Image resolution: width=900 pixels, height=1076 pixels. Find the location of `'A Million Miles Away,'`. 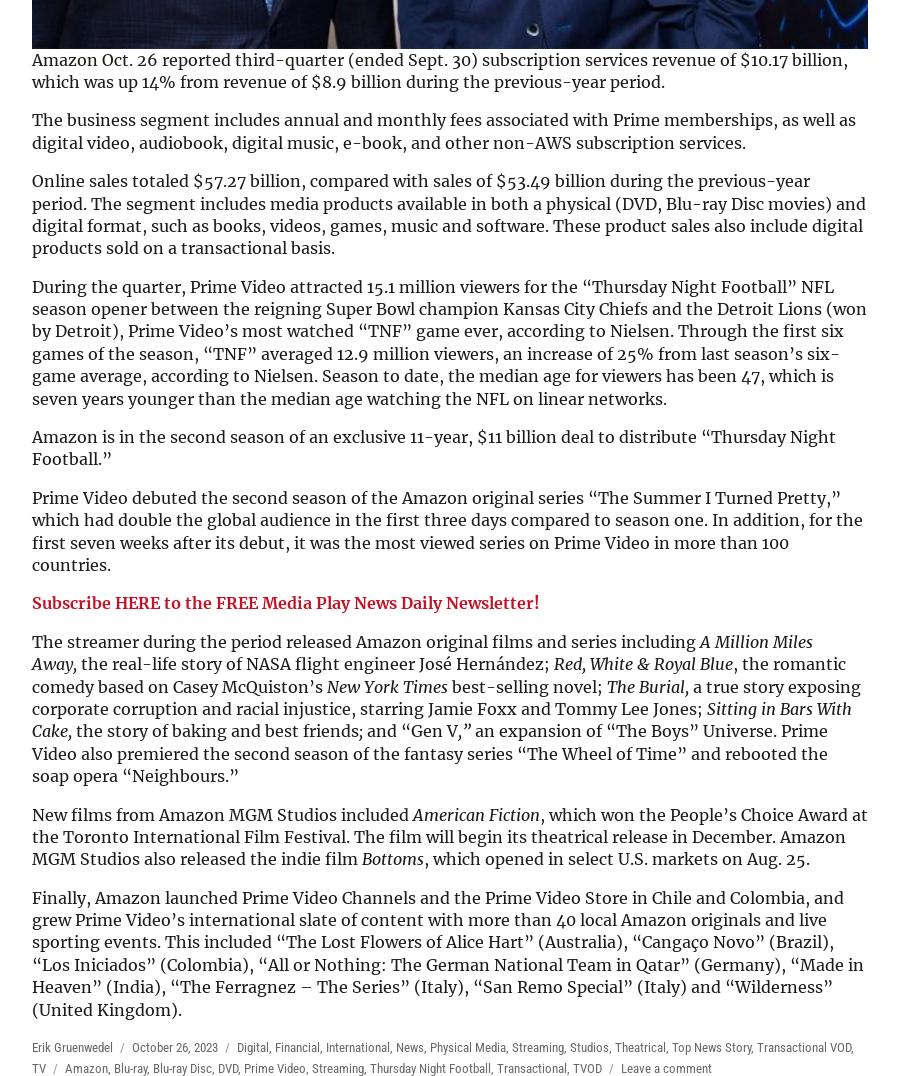

'A Million Miles Away,' is located at coordinates (422, 651).